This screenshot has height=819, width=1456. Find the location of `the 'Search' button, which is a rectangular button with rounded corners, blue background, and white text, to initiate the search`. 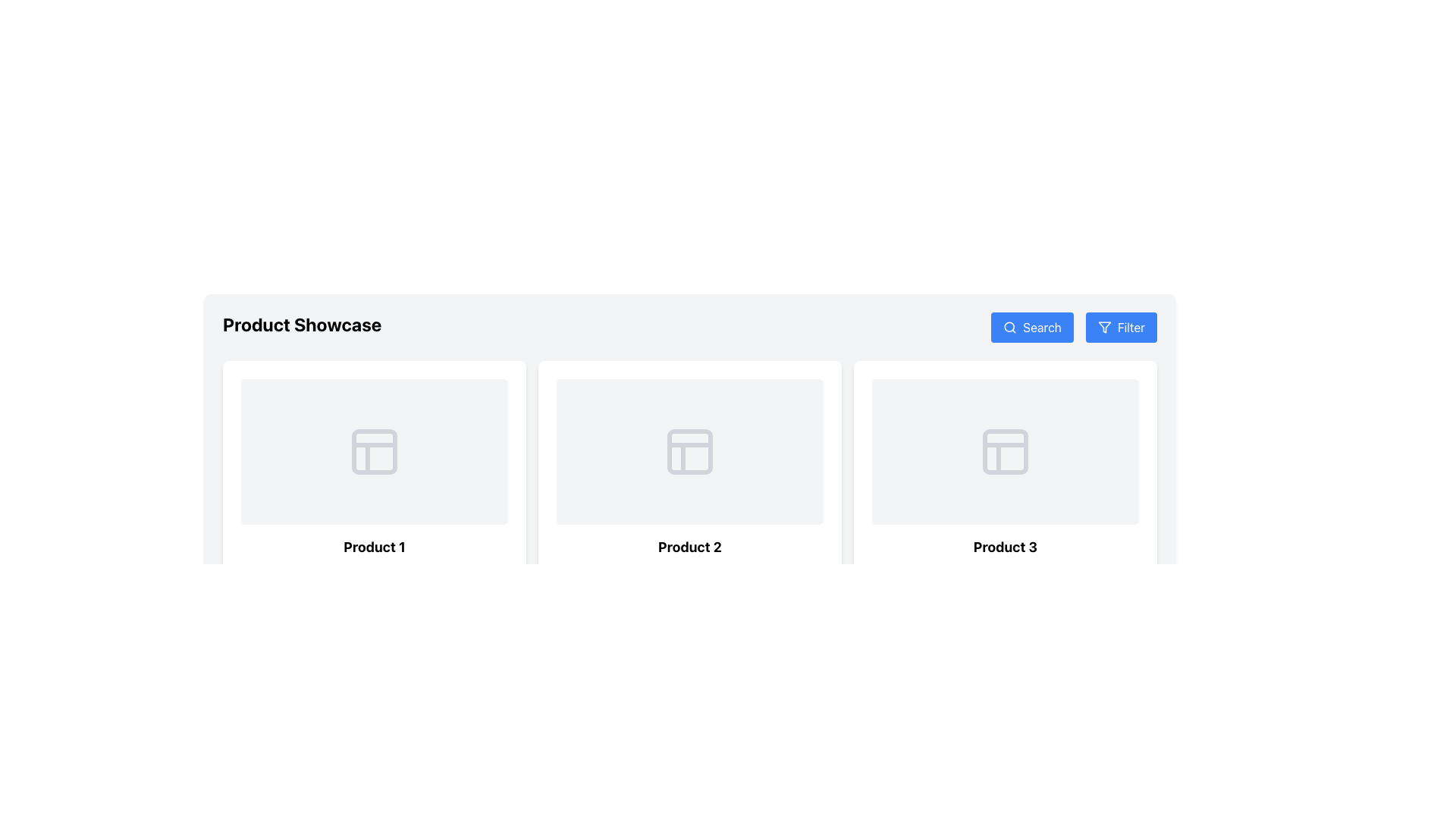

the 'Search' button, which is a rectangular button with rounded corners, blue background, and white text, to initiate the search is located at coordinates (1031, 327).